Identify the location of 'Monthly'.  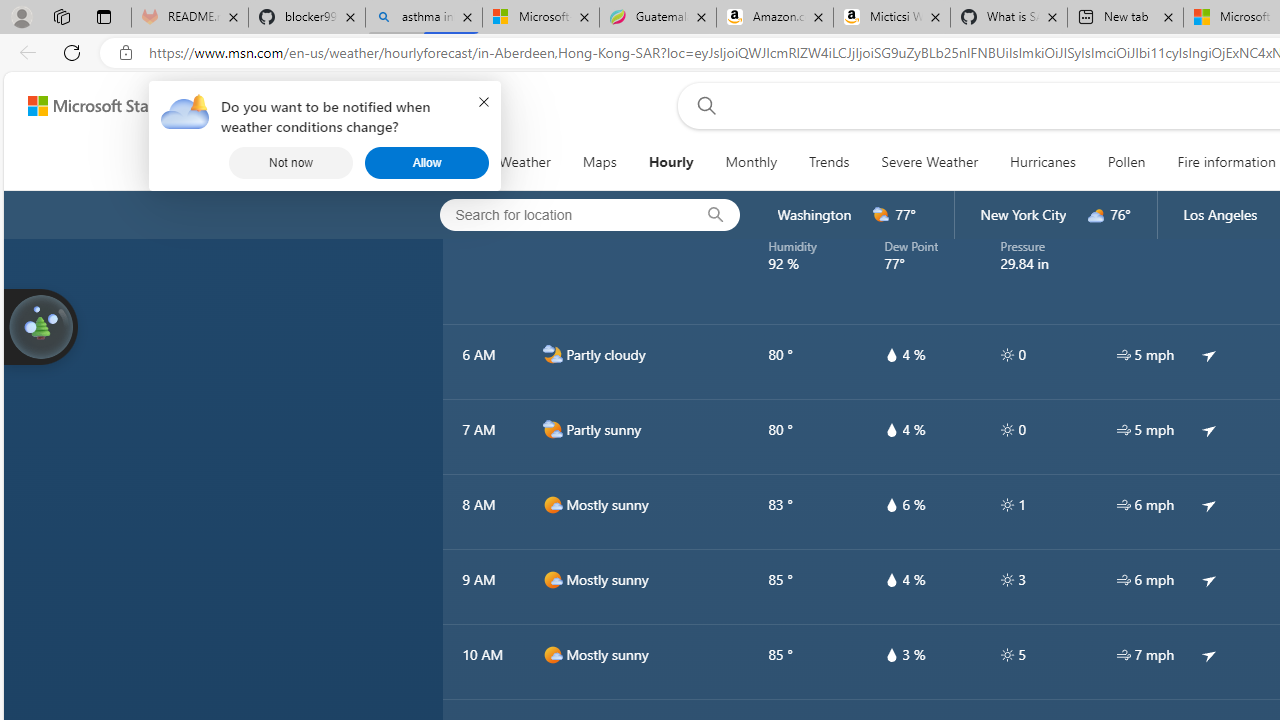
(750, 162).